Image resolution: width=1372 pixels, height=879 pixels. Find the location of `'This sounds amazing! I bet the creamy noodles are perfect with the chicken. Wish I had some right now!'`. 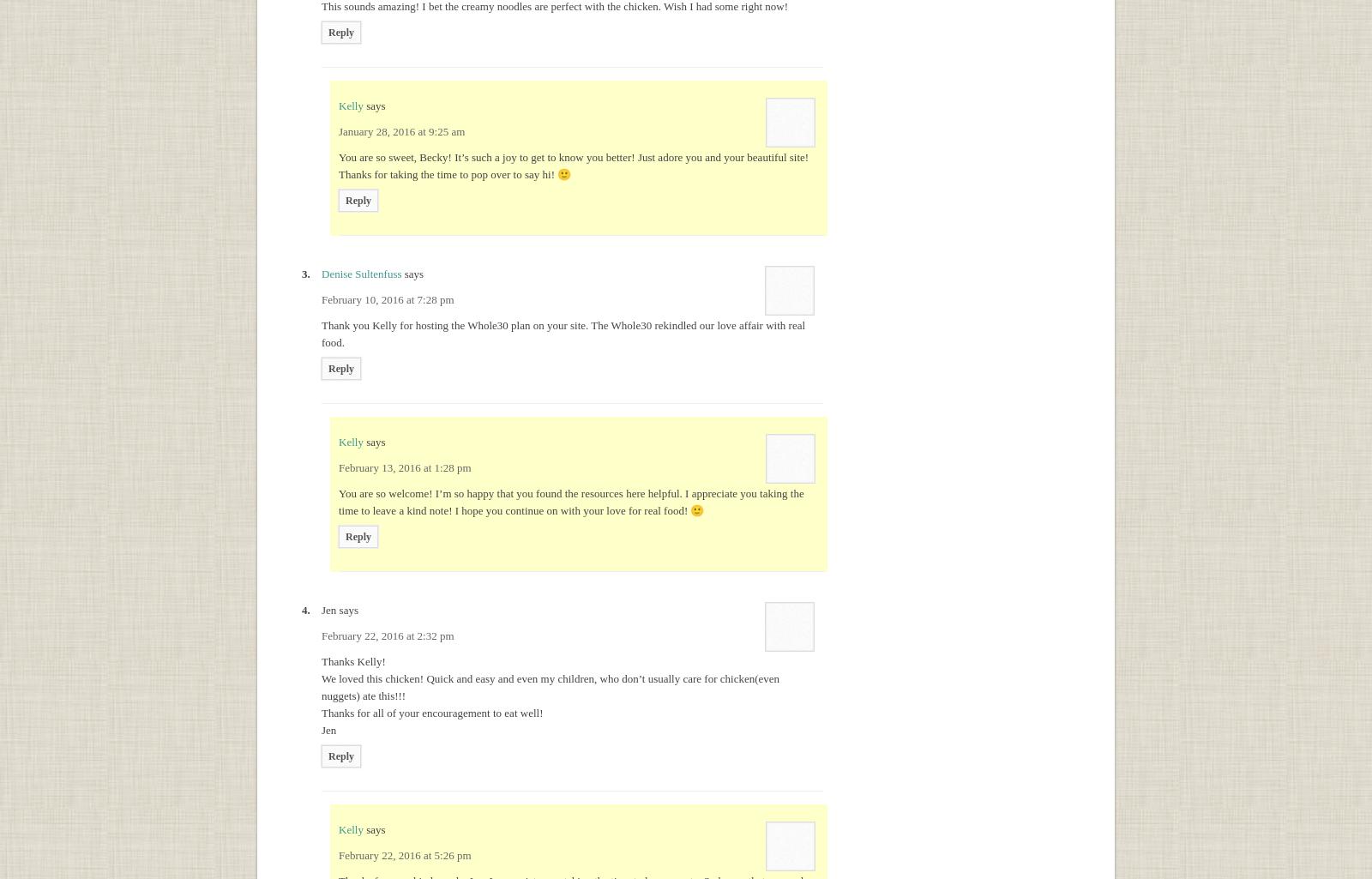

'This sounds amazing! I bet the creamy noodles are perfect with the chicken. Wish I had some right now!' is located at coordinates (555, 6).